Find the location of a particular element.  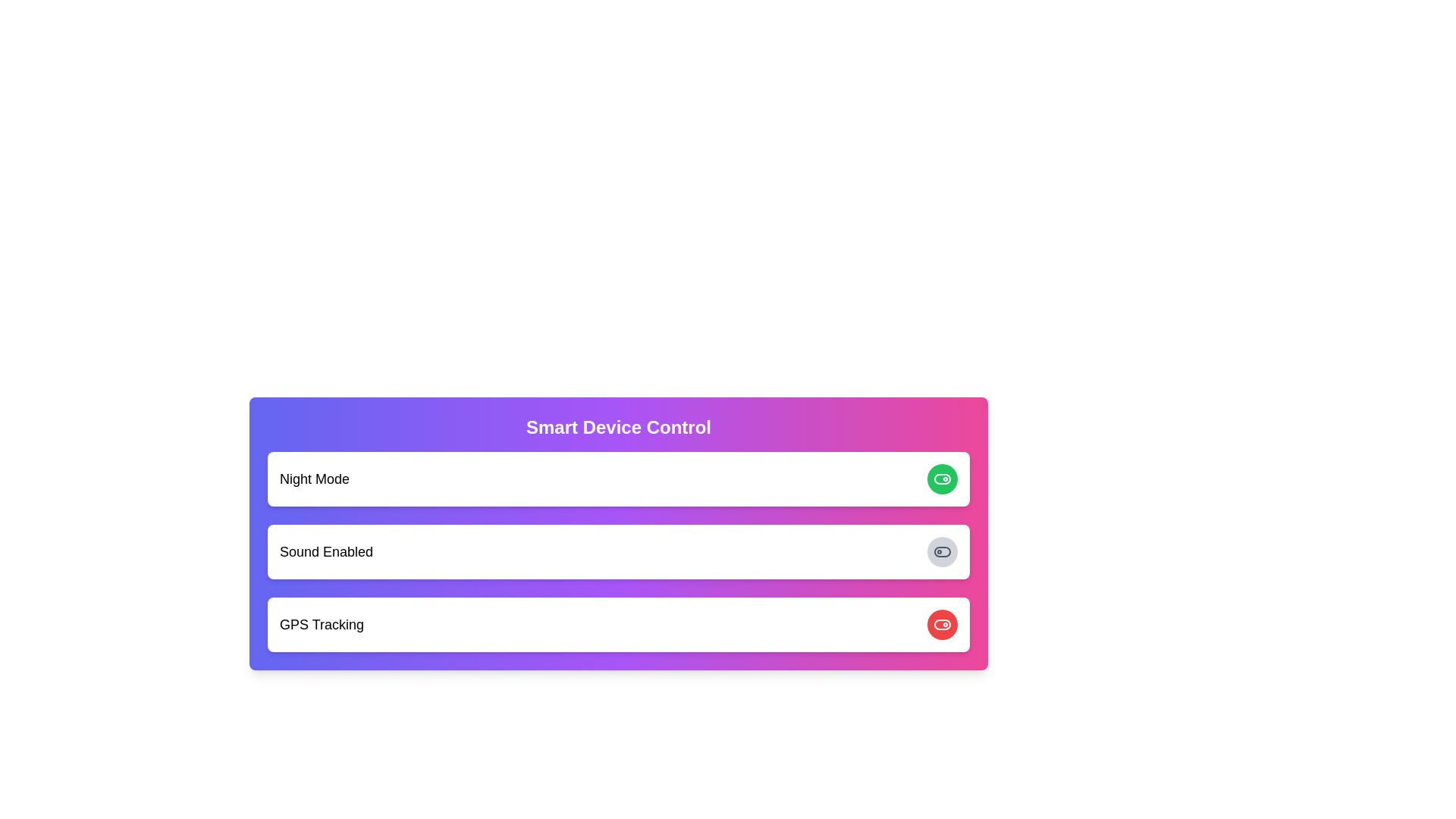

the Text Label that serves as a title for managing GPS tracking, which is positioned to the left of a red circular button is located at coordinates (321, 625).